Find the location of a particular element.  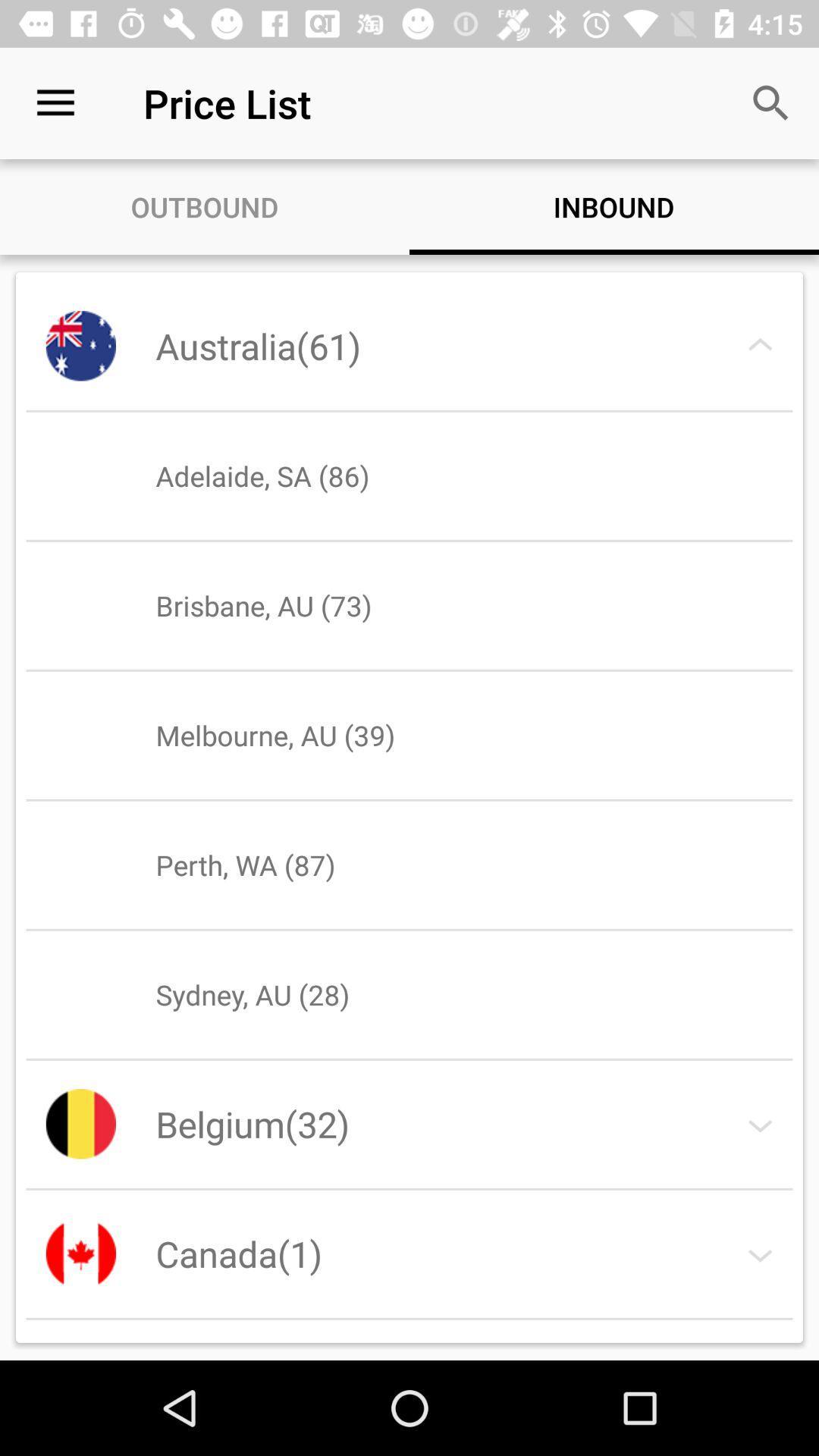

icon next to the price list icon is located at coordinates (55, 102).